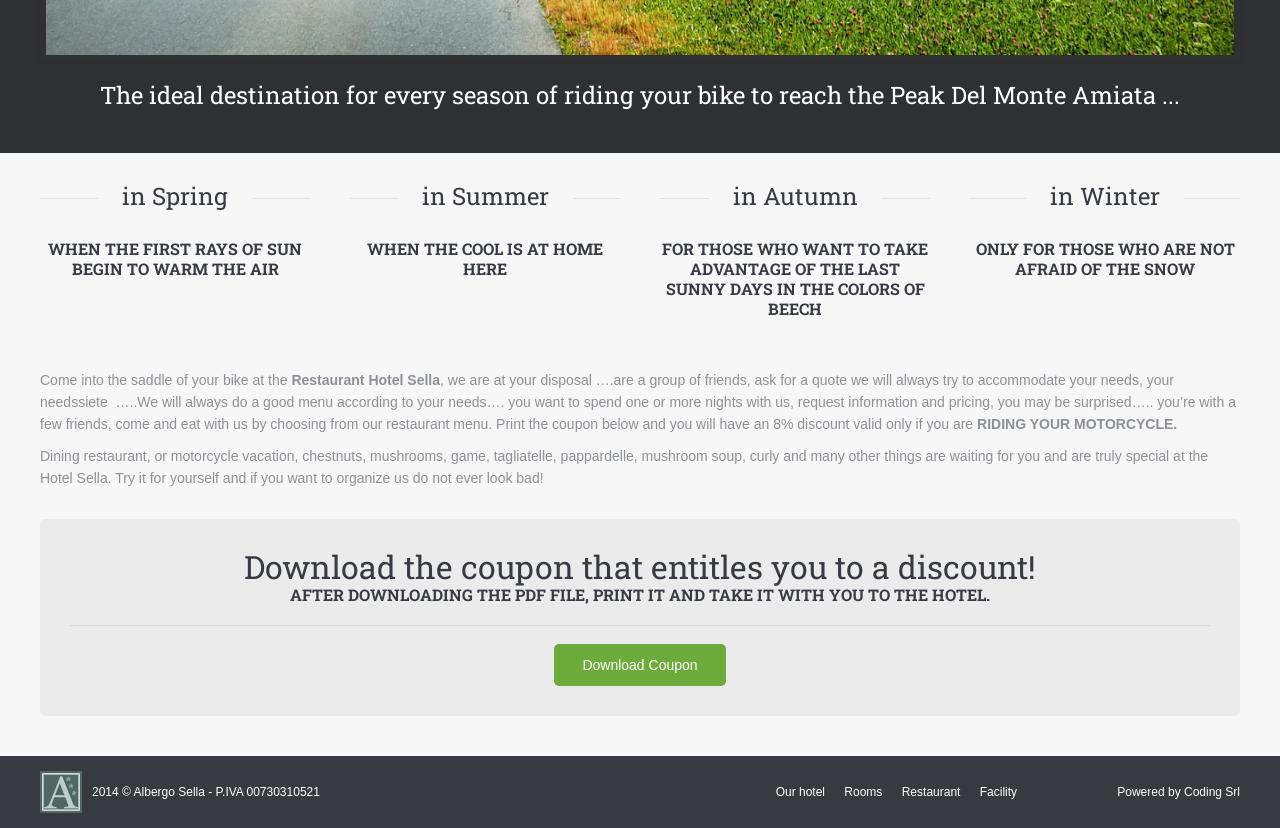 The height and width of the screenshot is (828, 1280). I want to click on 'saddle', so click(150, 378).